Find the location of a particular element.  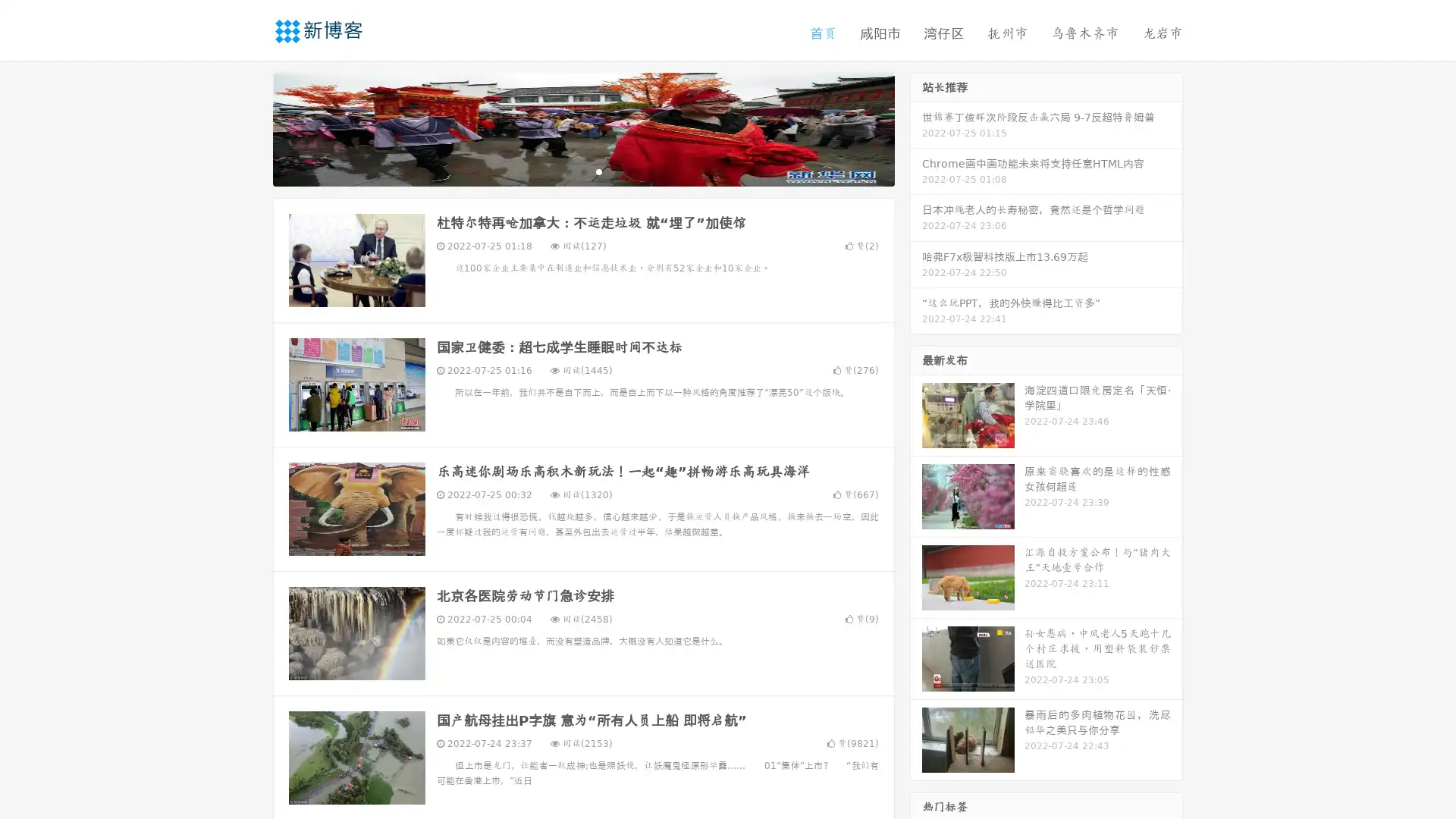

Next slide is located at coordinates (916, 127).